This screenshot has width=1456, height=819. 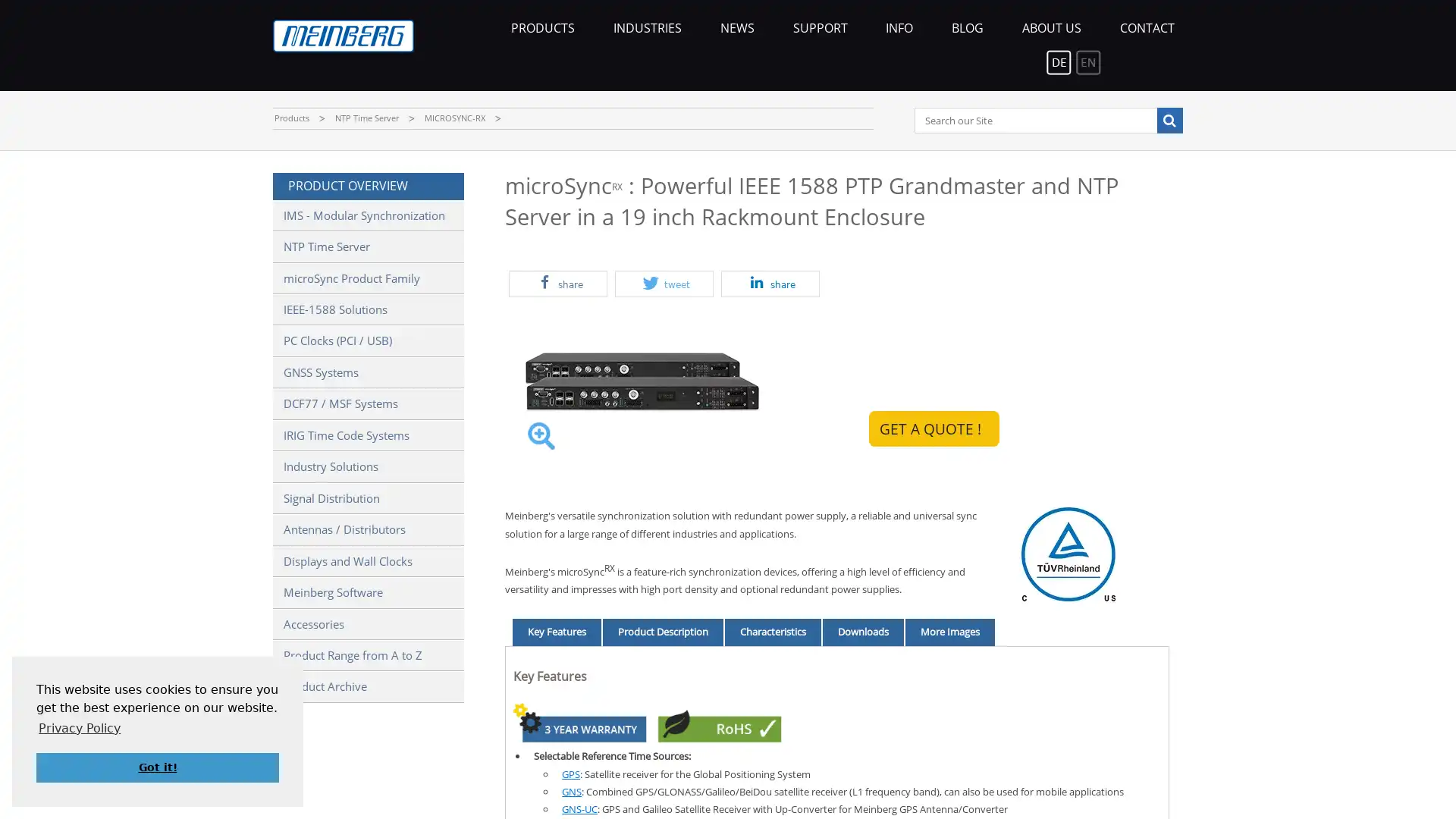 I want to click on Share on Twitter, so click(x=664, y=284).